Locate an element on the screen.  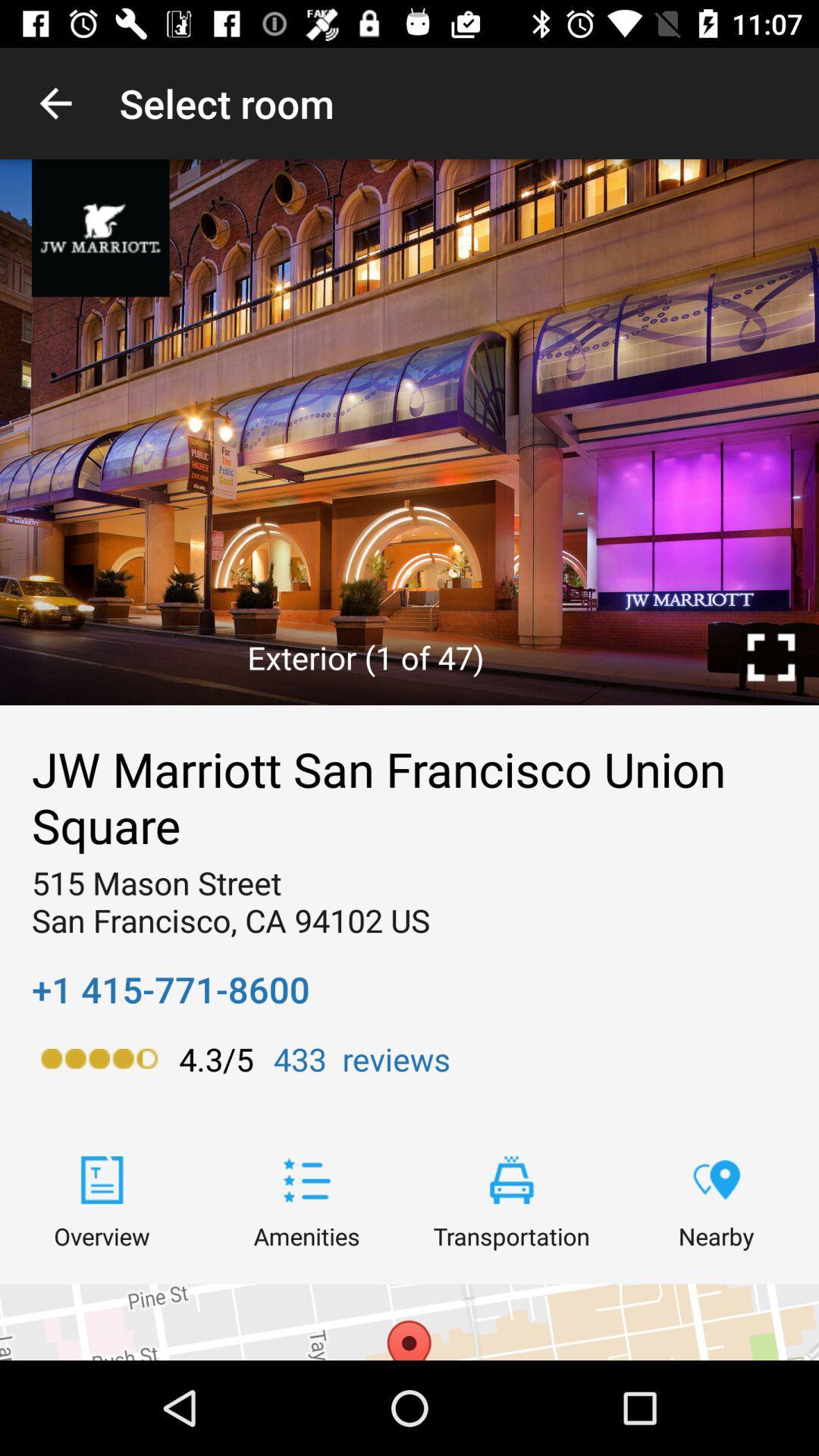
the icon to the right of the exterior 1 of icon is located at coordinates (771, 657).